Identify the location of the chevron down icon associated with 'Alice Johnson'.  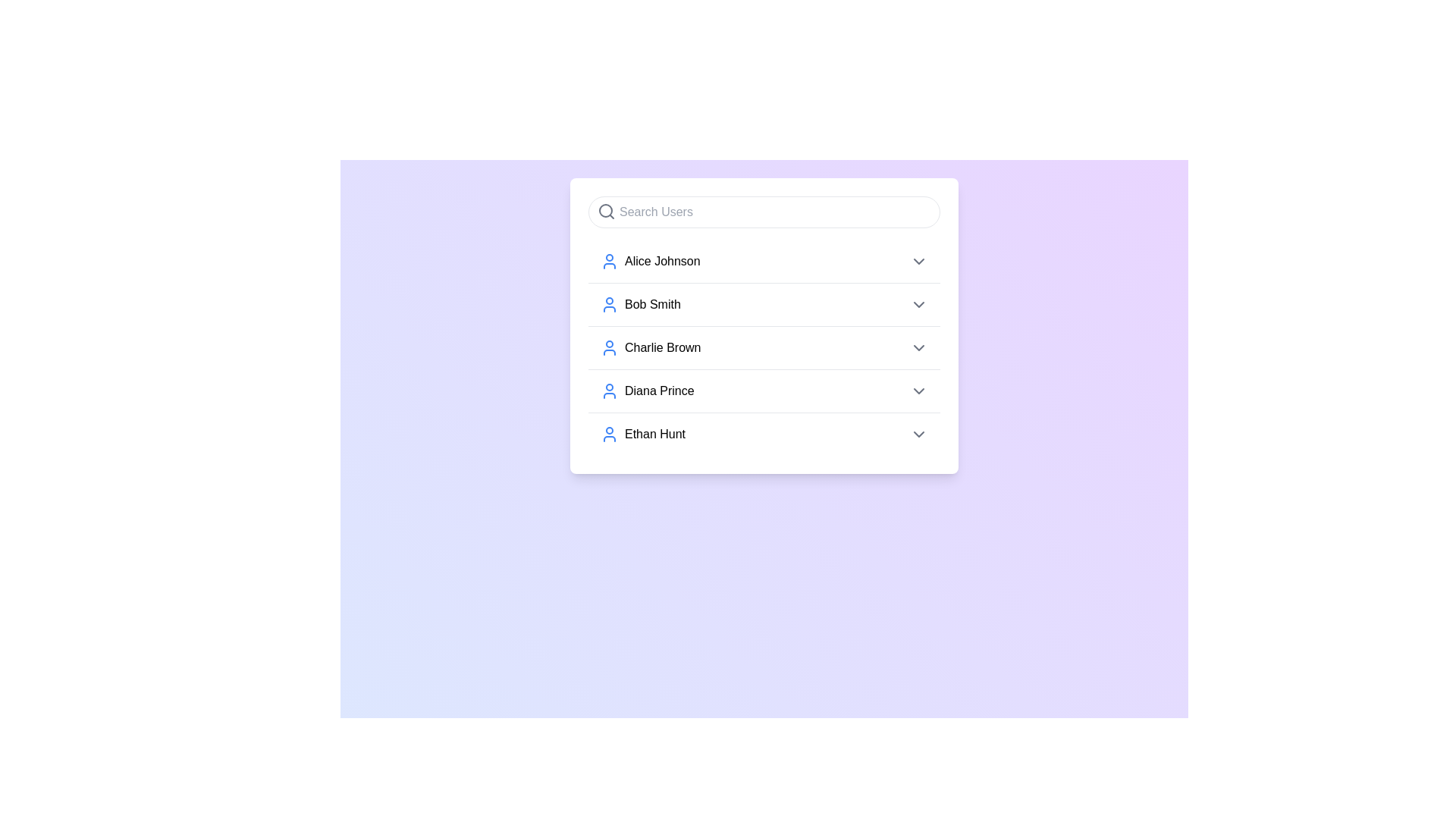
(918, 260).